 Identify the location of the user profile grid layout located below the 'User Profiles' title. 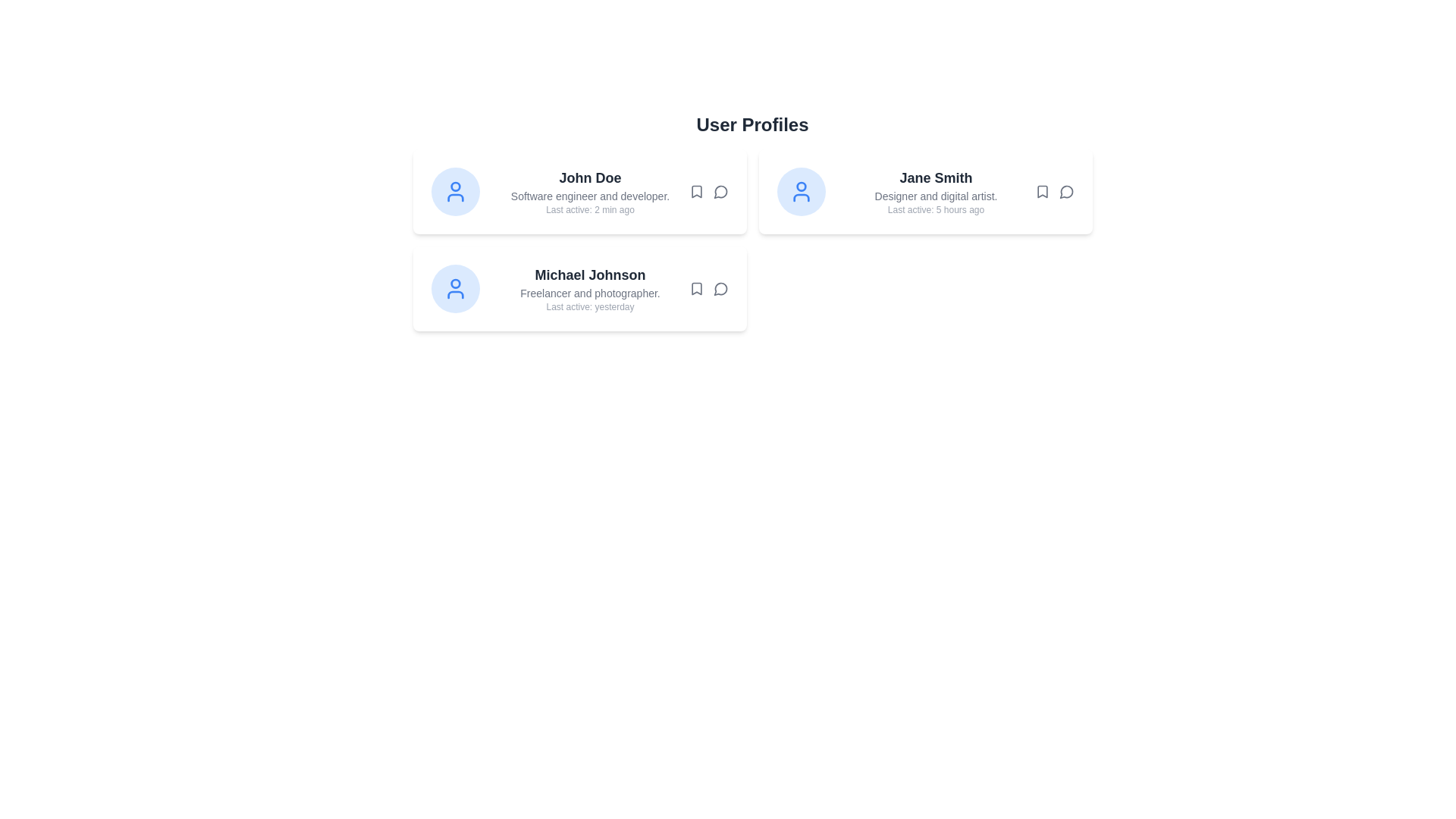
(752, 239).